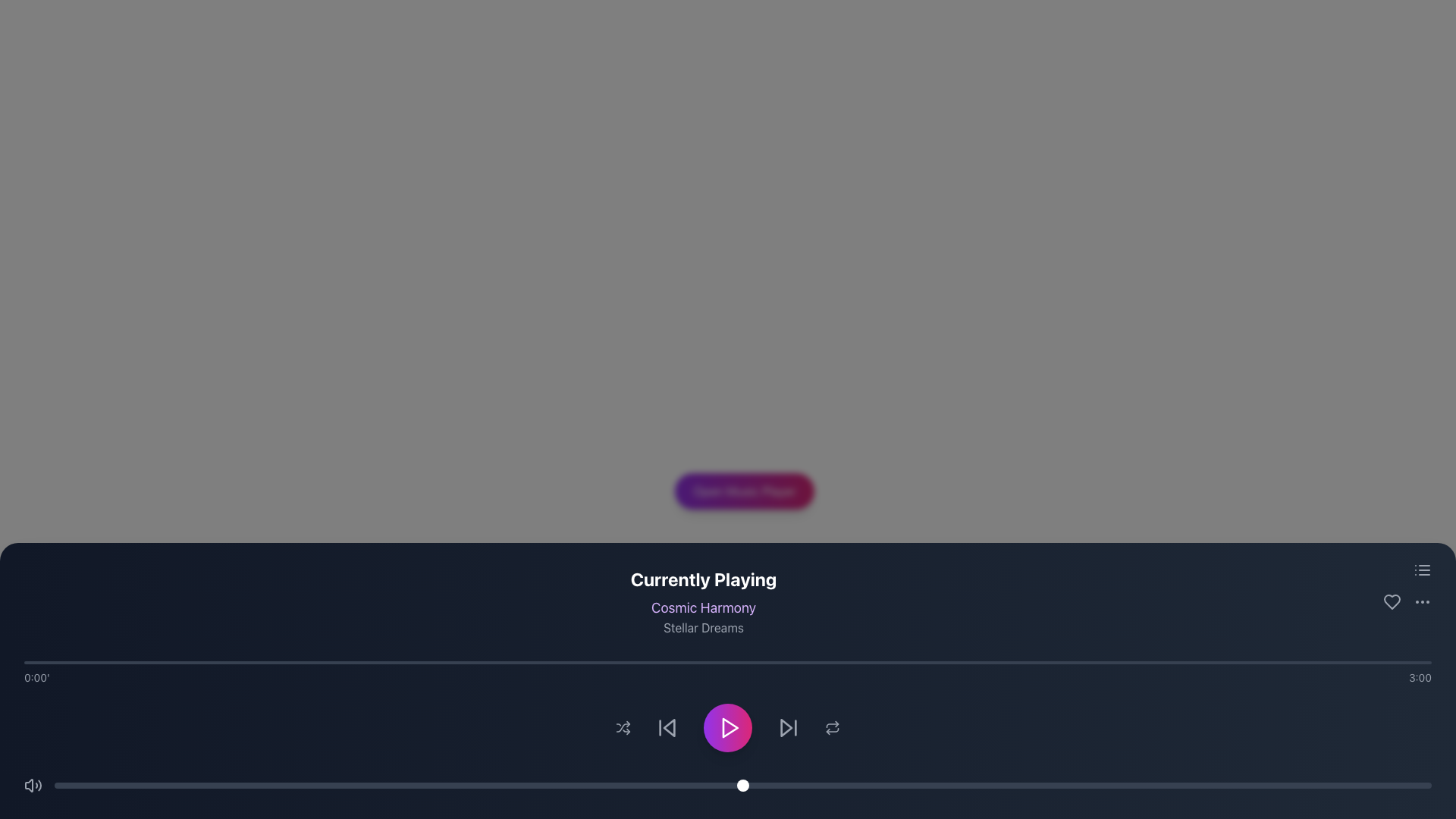 Image resolution: width=1456 pixels, height=819 pixels. What do you see at coordinates (832, 727) in the screenshot?
I see `the repeat button located in the bottom control bar of the media interface` at bounding box center [832, 727].